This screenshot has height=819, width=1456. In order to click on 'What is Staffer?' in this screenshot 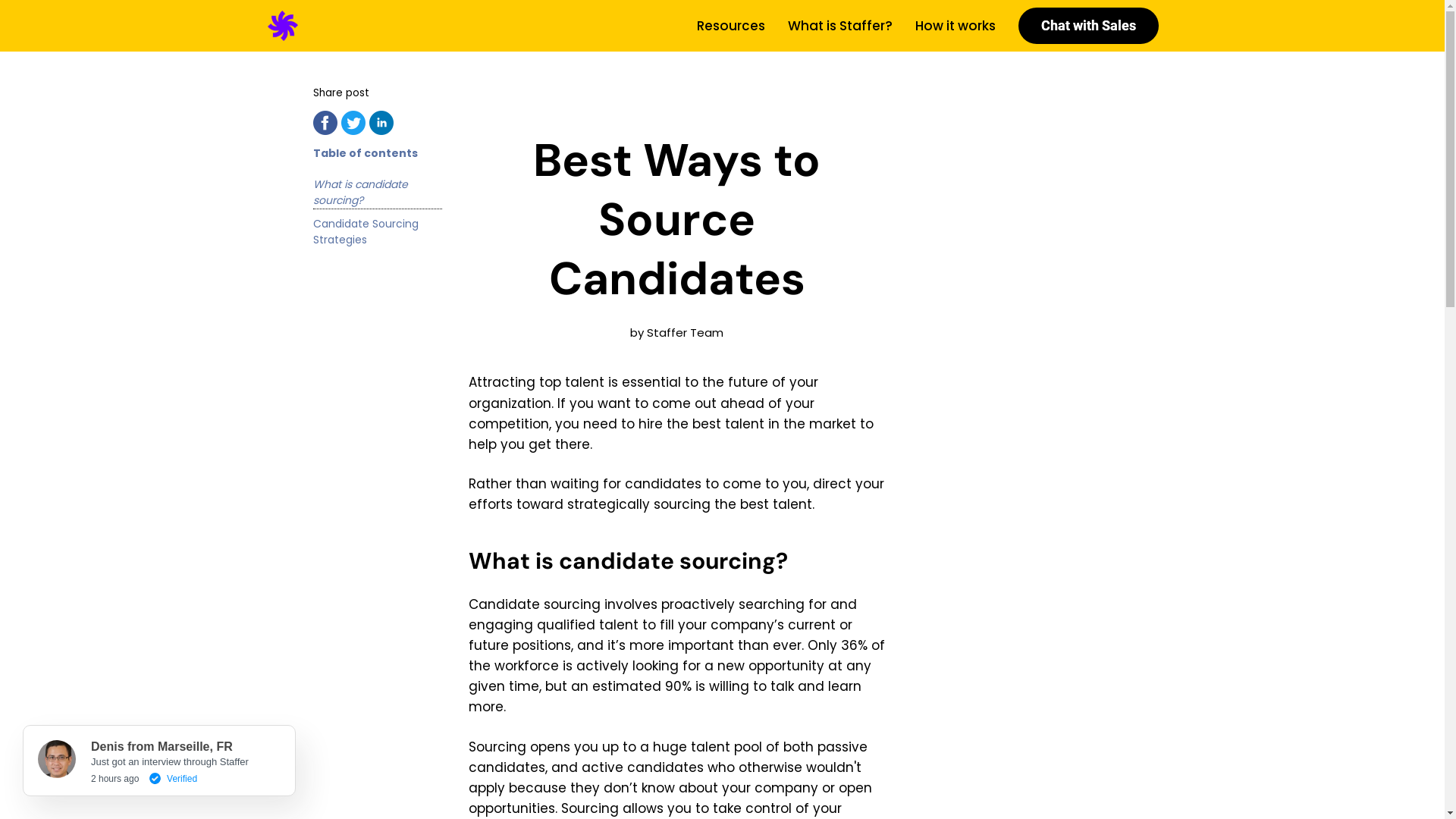, I will do `click(786, 26)`.